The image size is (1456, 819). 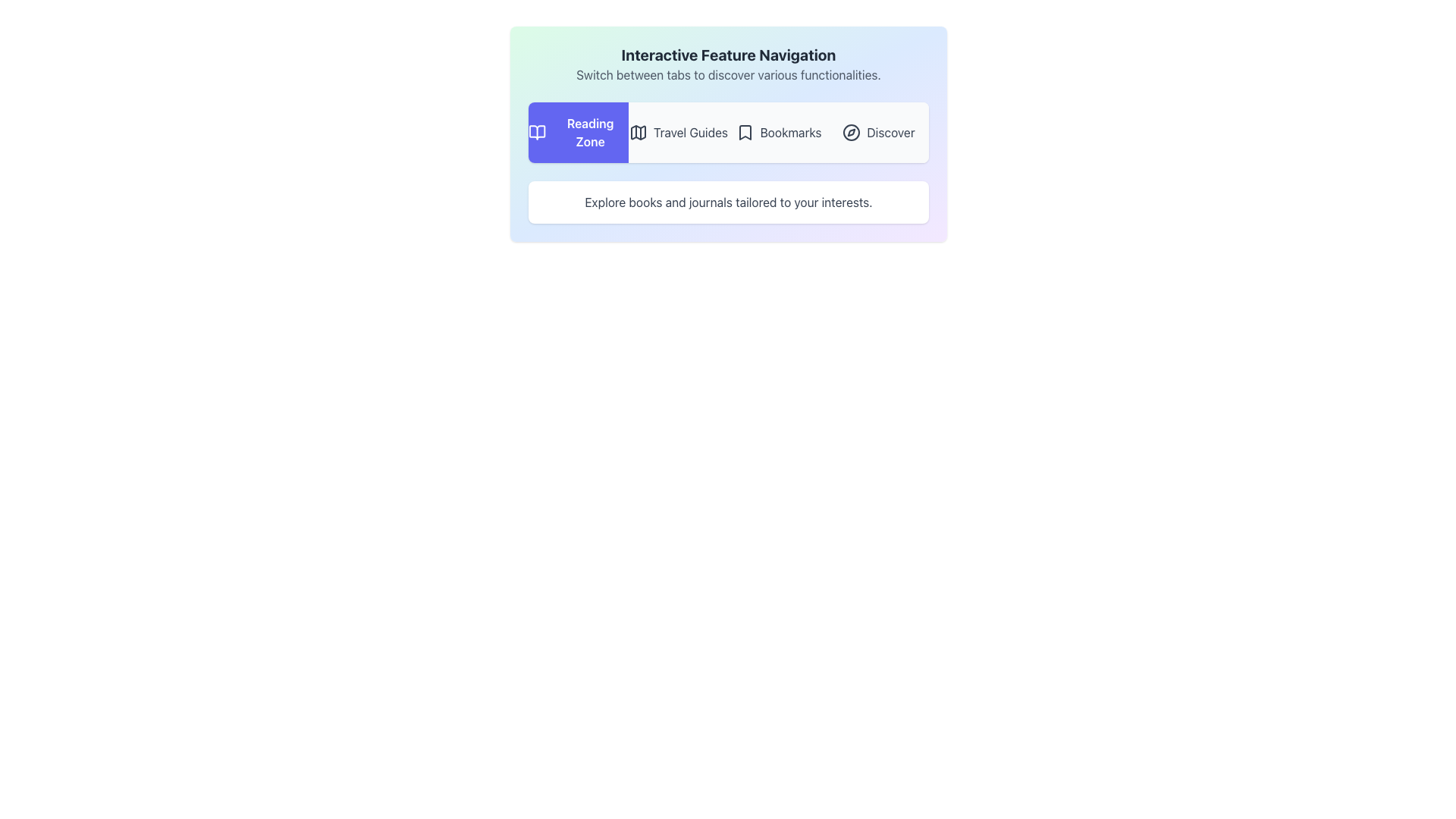 I want to click on the 'Bookmarks' icon in the horizontal navigation menu, which is positioned between 'Travel Guides' and 'Discover', so click(x=745, y=131).